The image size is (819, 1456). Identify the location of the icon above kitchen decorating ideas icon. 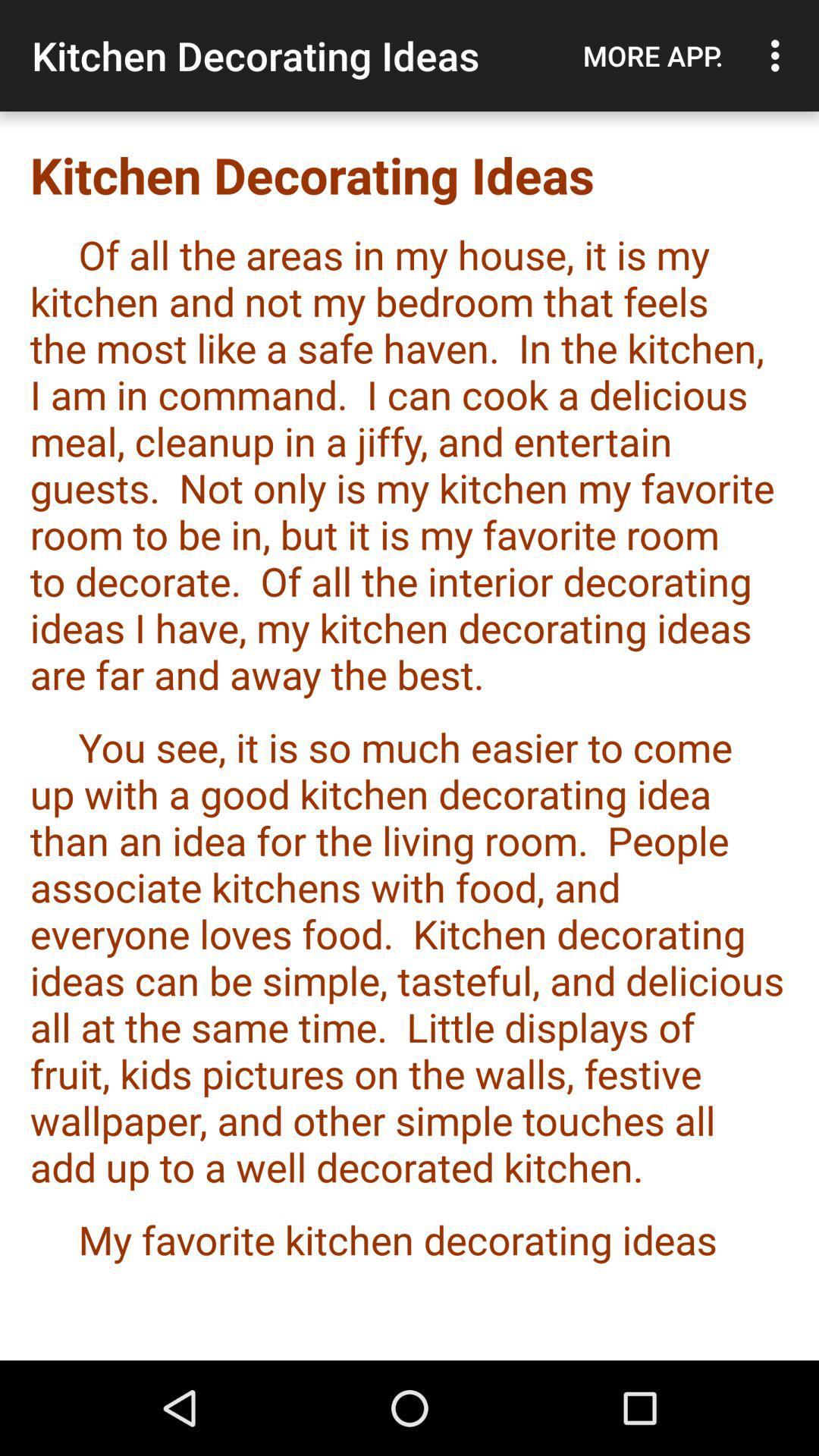
(779, 55).